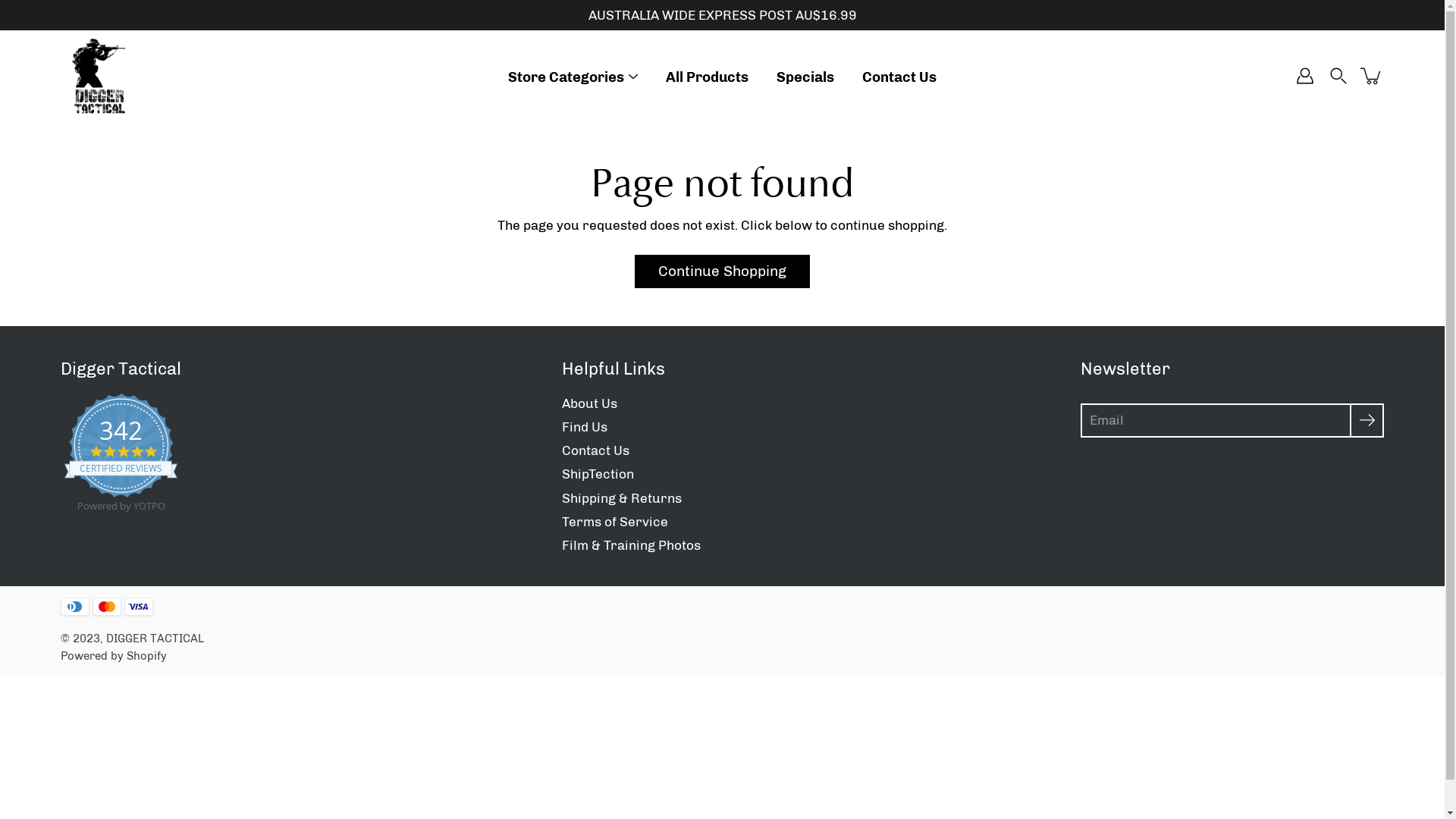 Image resolution: width=1456 pixels, height=819 pixels. What do you see at coordinates (706, 77) in the screenshot?
I see `'All Products'` at bounding box center [706, 77].